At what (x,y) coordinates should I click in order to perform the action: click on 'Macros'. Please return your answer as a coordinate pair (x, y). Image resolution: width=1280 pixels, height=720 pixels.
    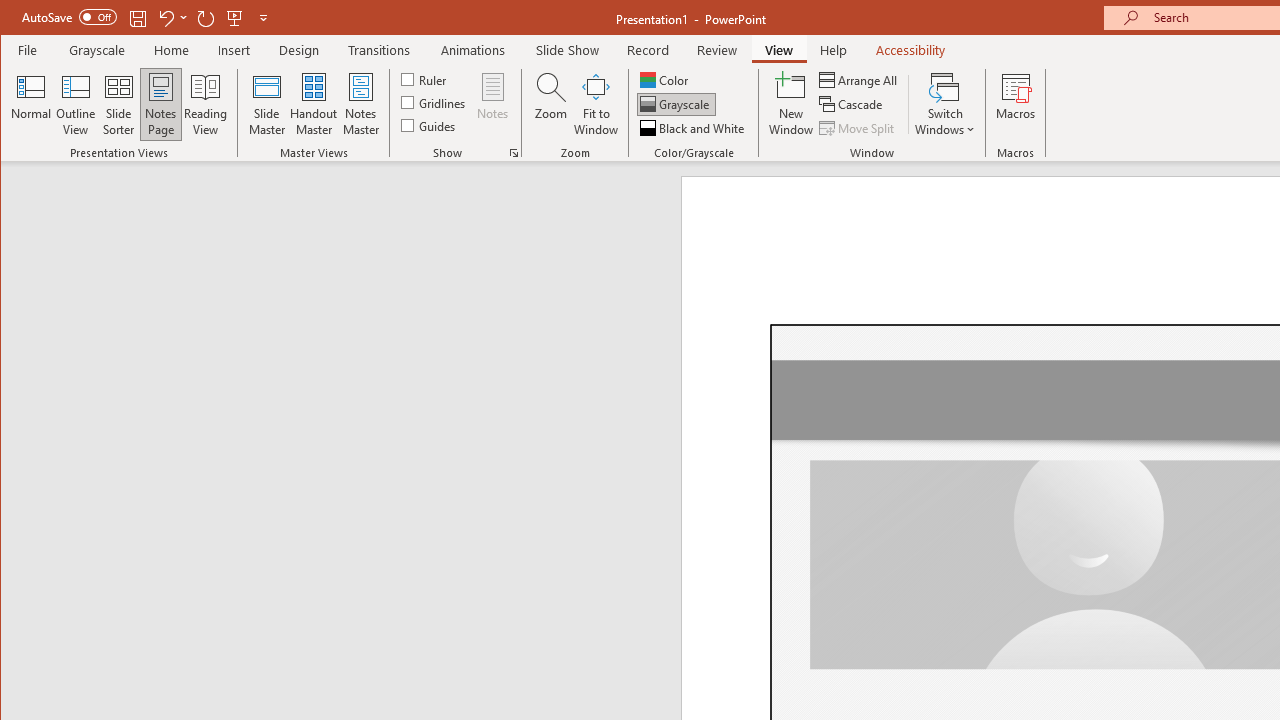
    Looking at the image, I should click on (1016, 104).